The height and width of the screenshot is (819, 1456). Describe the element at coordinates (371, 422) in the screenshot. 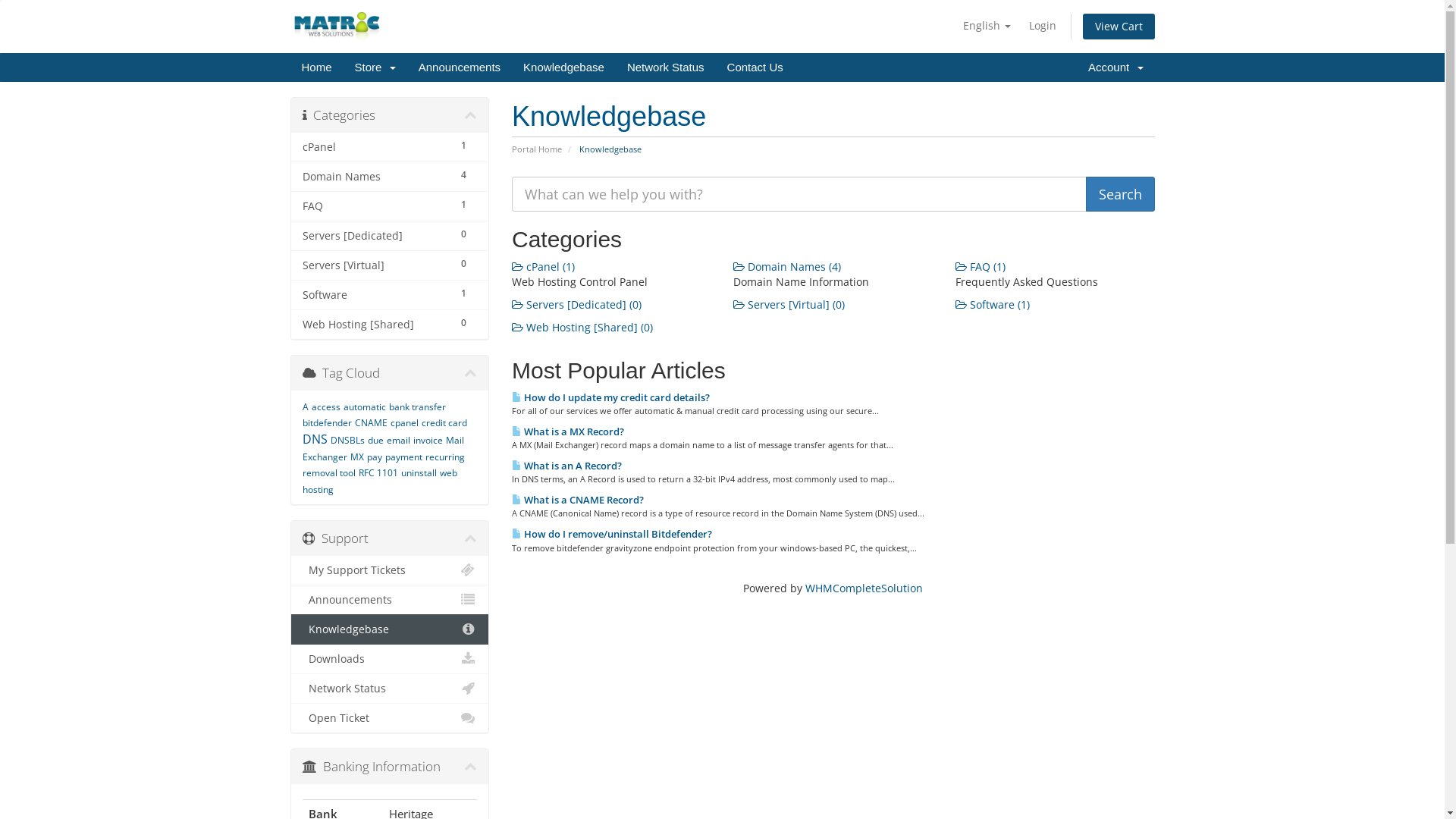

I see `'CNAME'` at that location.